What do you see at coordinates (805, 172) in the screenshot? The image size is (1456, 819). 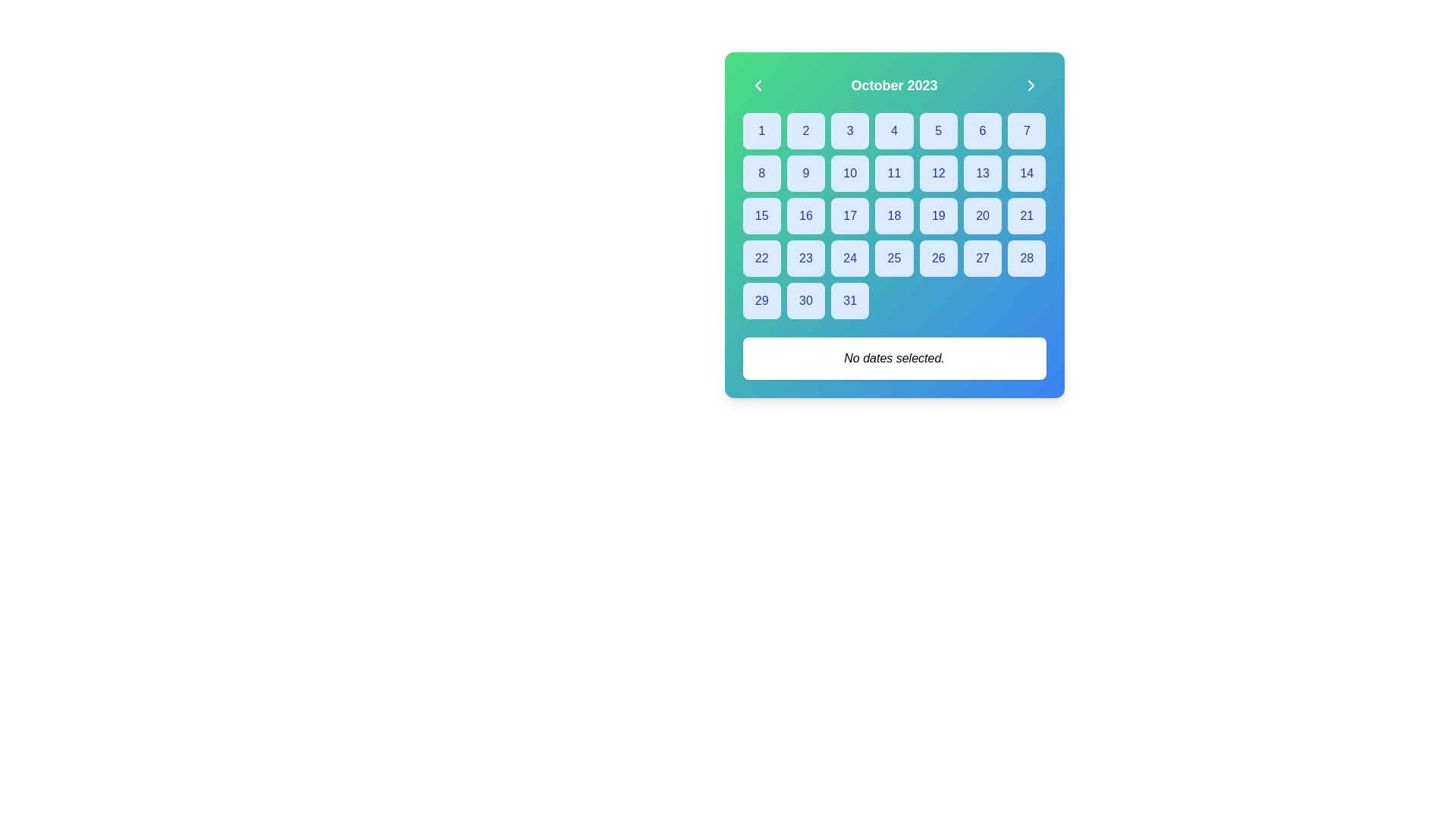 I see `the button representing the date '9' in the calendar interface` at bounding box center [805, 172].